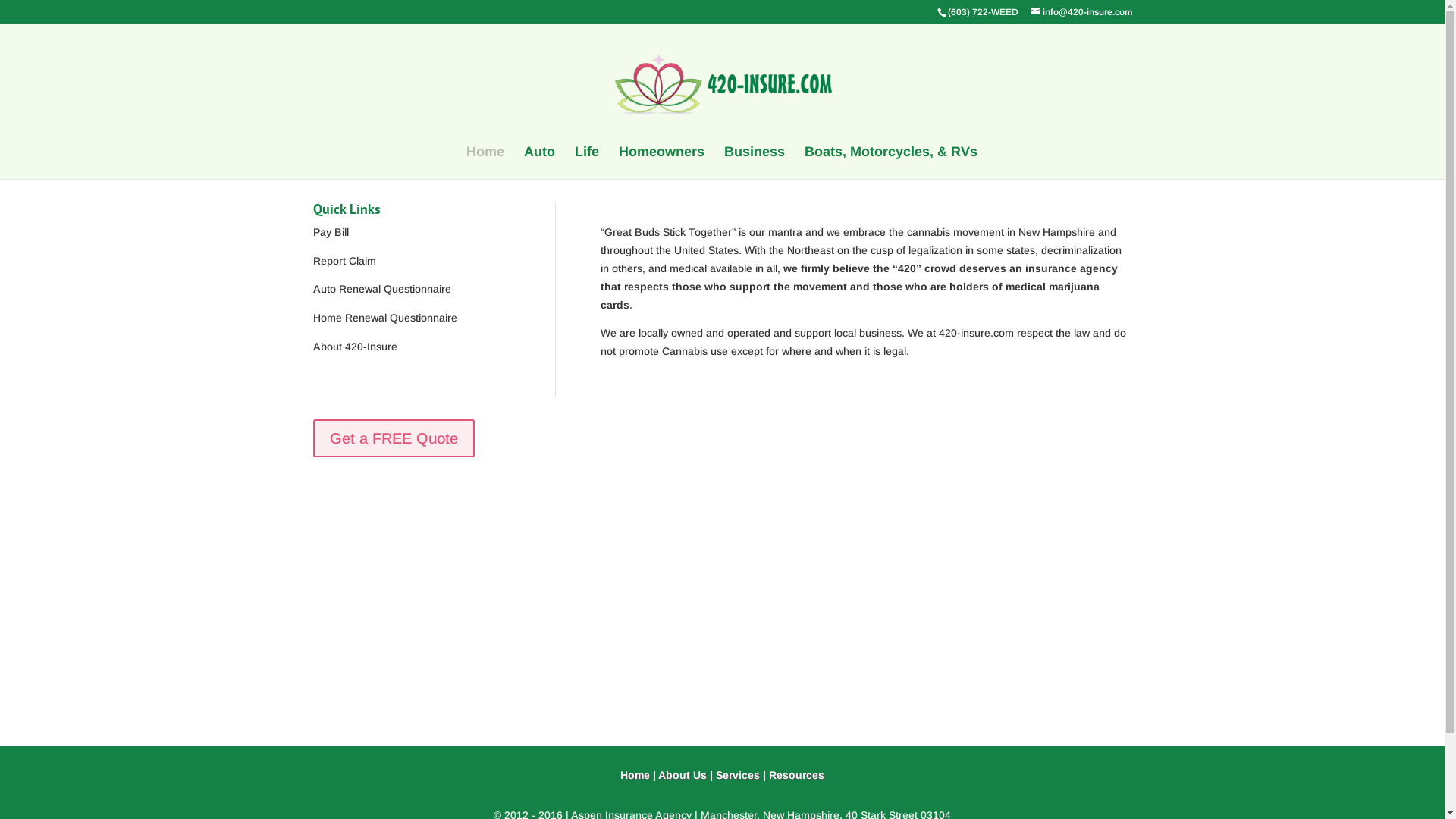  I want to click on 'Resources', so click(768, 775).